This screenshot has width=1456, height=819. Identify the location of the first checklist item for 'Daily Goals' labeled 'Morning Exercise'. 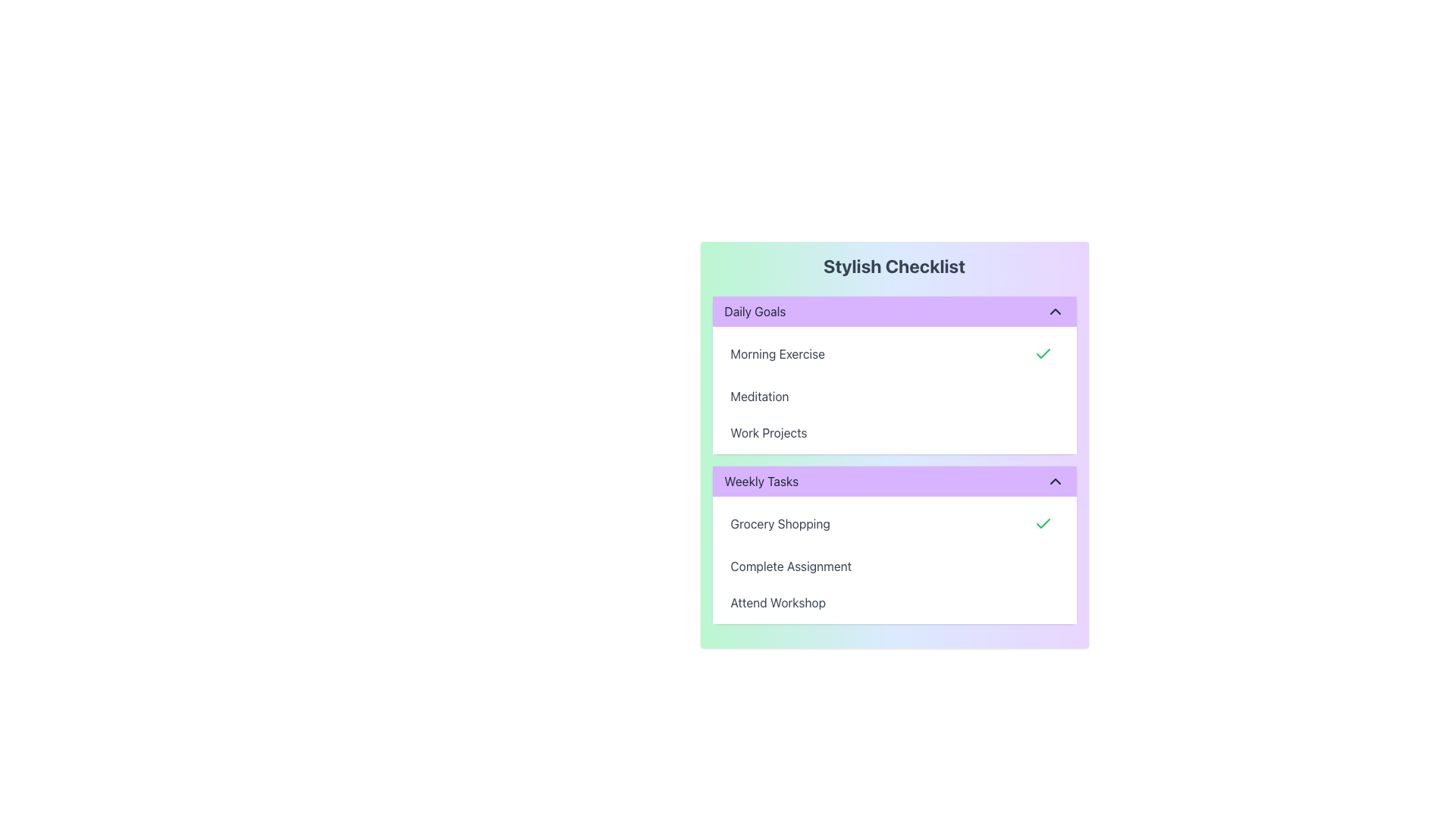
(894, 353).